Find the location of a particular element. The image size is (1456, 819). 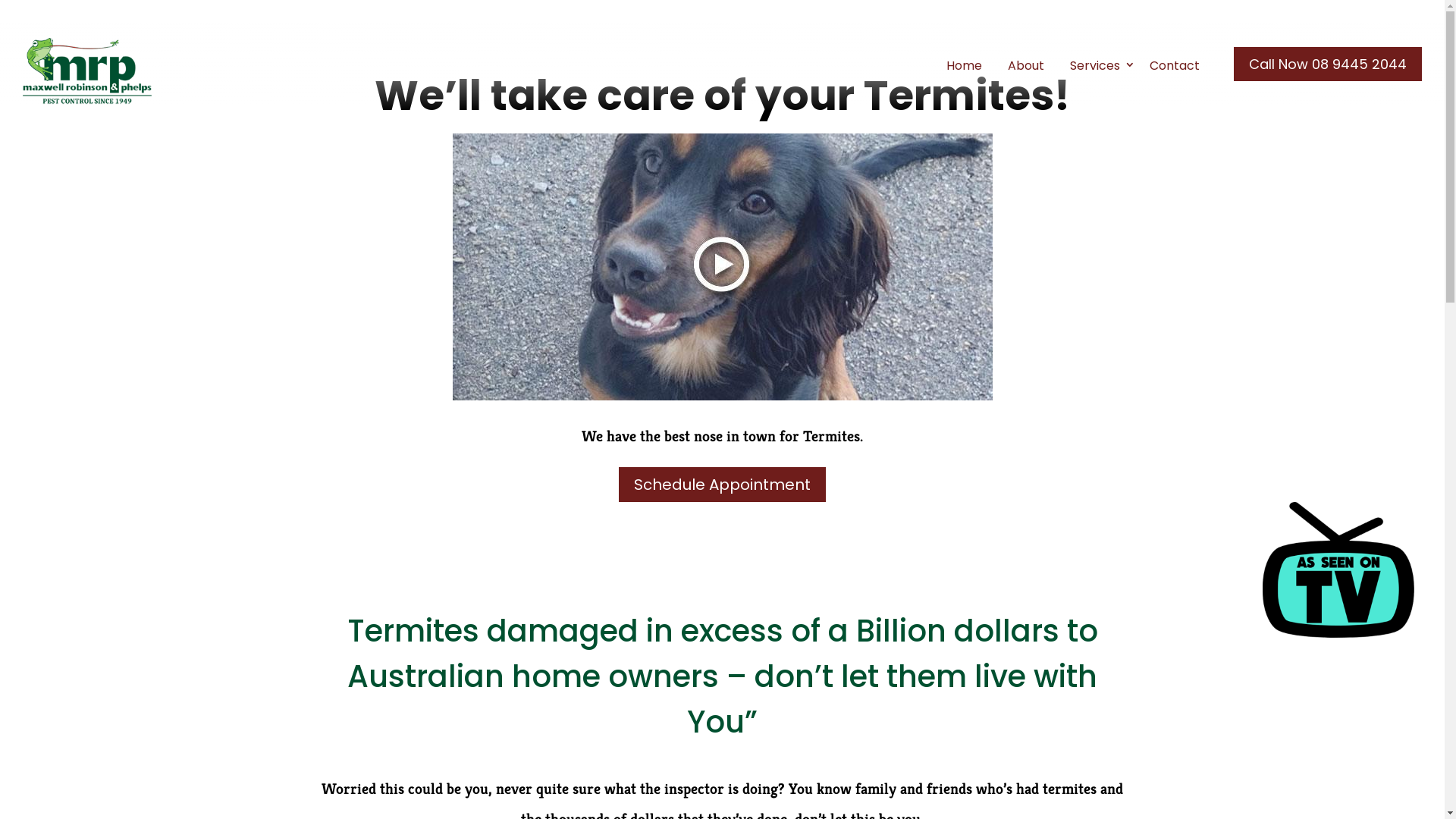

'Contact' is located at coordinates (1174, 65).